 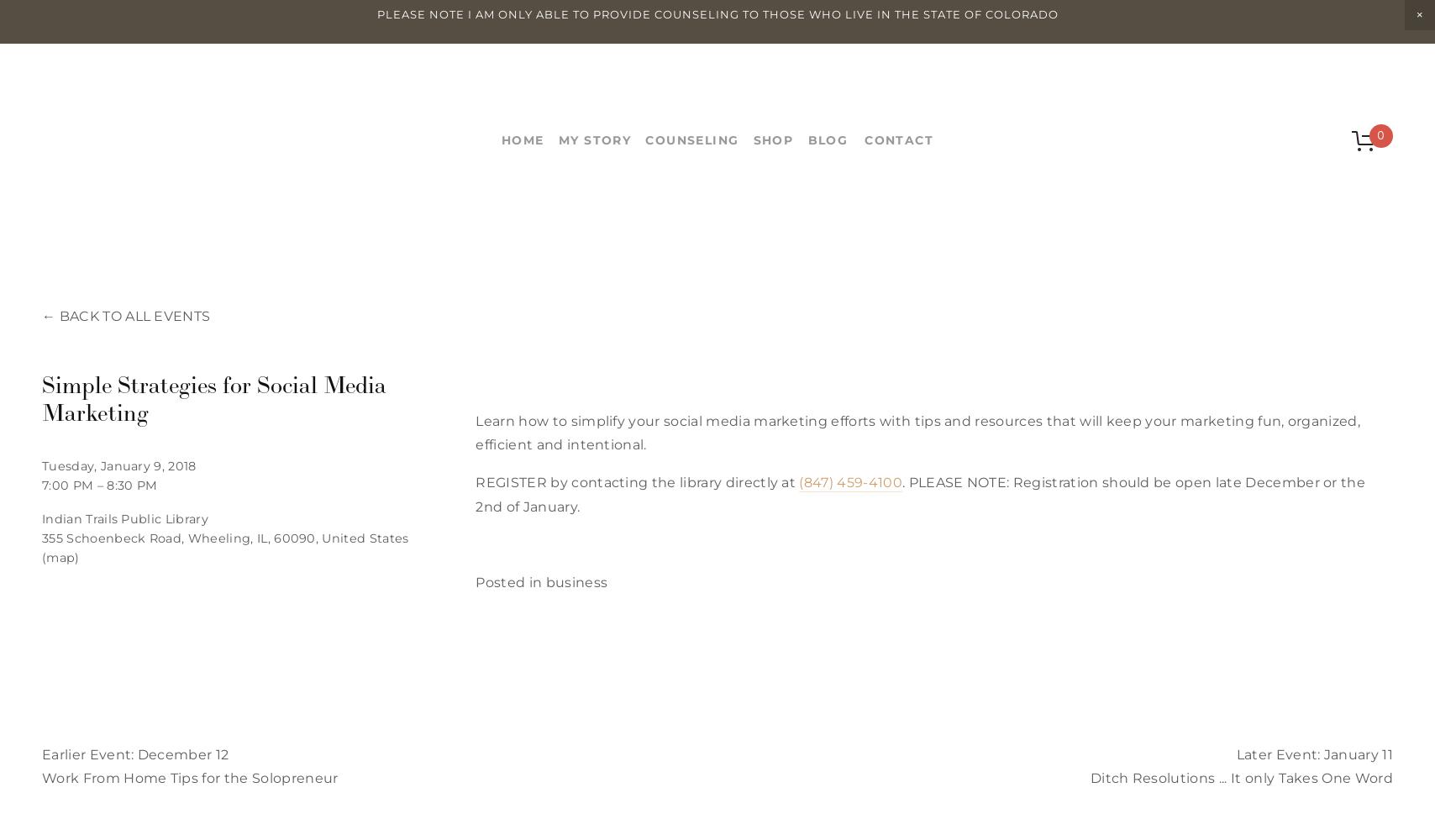 What do you see at coordinates (60, 558) in the screenshot?
I see `'(map)'` at bounding box center [60, 558].